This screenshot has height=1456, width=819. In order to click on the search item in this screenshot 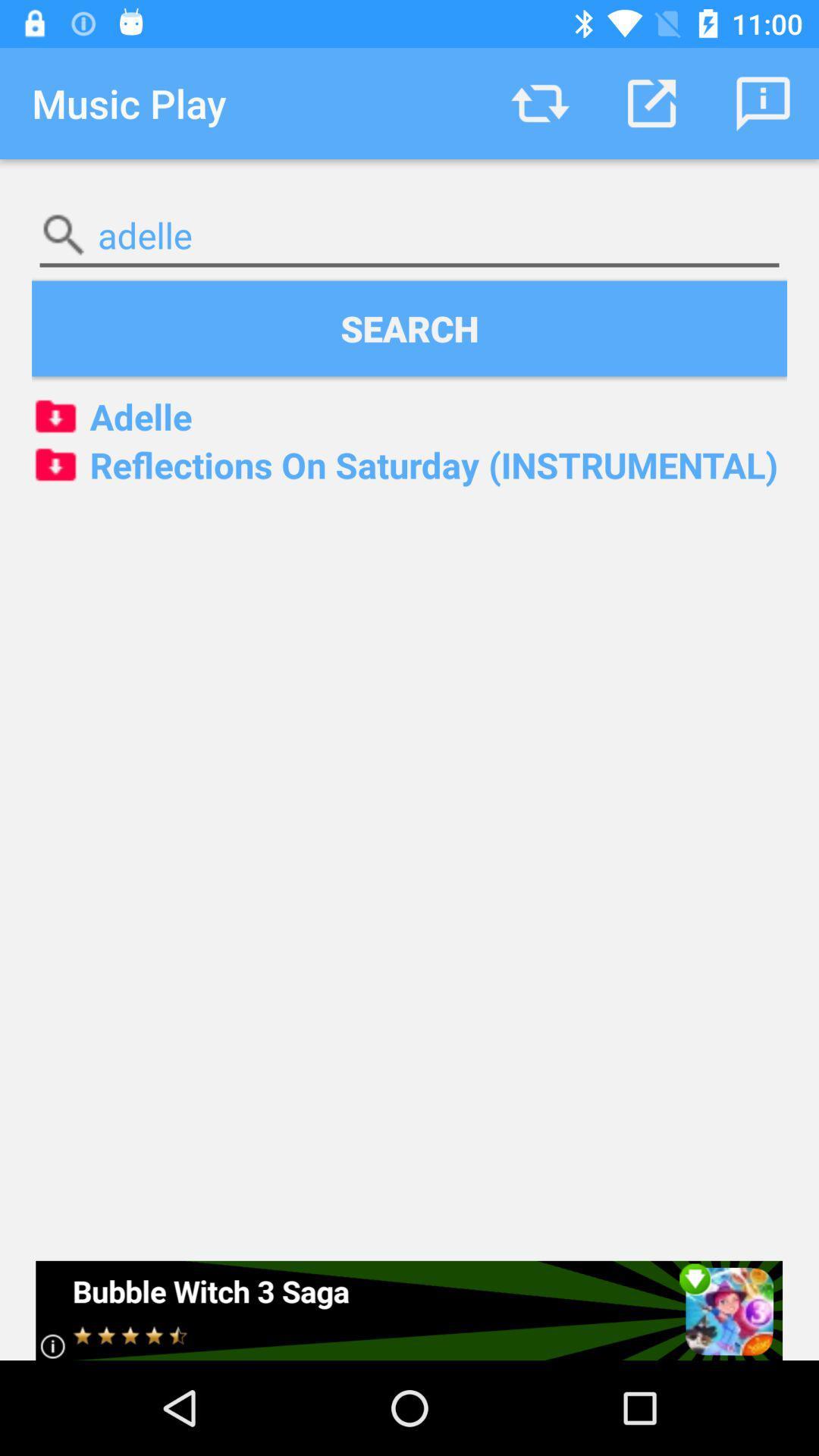, I will do `click(409, 328)`.